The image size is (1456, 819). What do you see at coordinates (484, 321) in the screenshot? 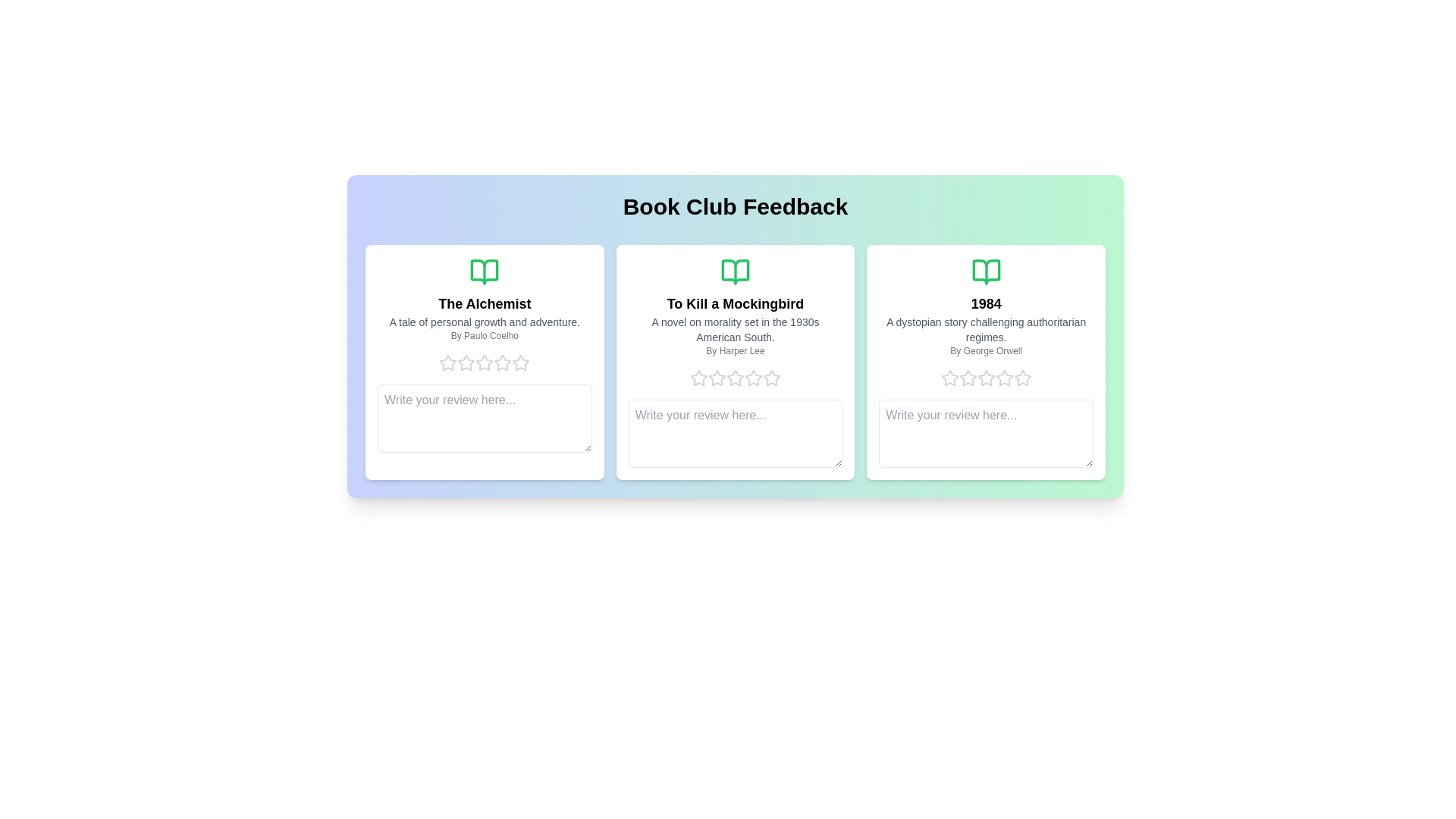
I see `the static text element that serves as a tagline for the book 'The Alchemist', which is positioned centrally under the title in the first card among three horizontally arranged cards` at bounding box center [484, 321].